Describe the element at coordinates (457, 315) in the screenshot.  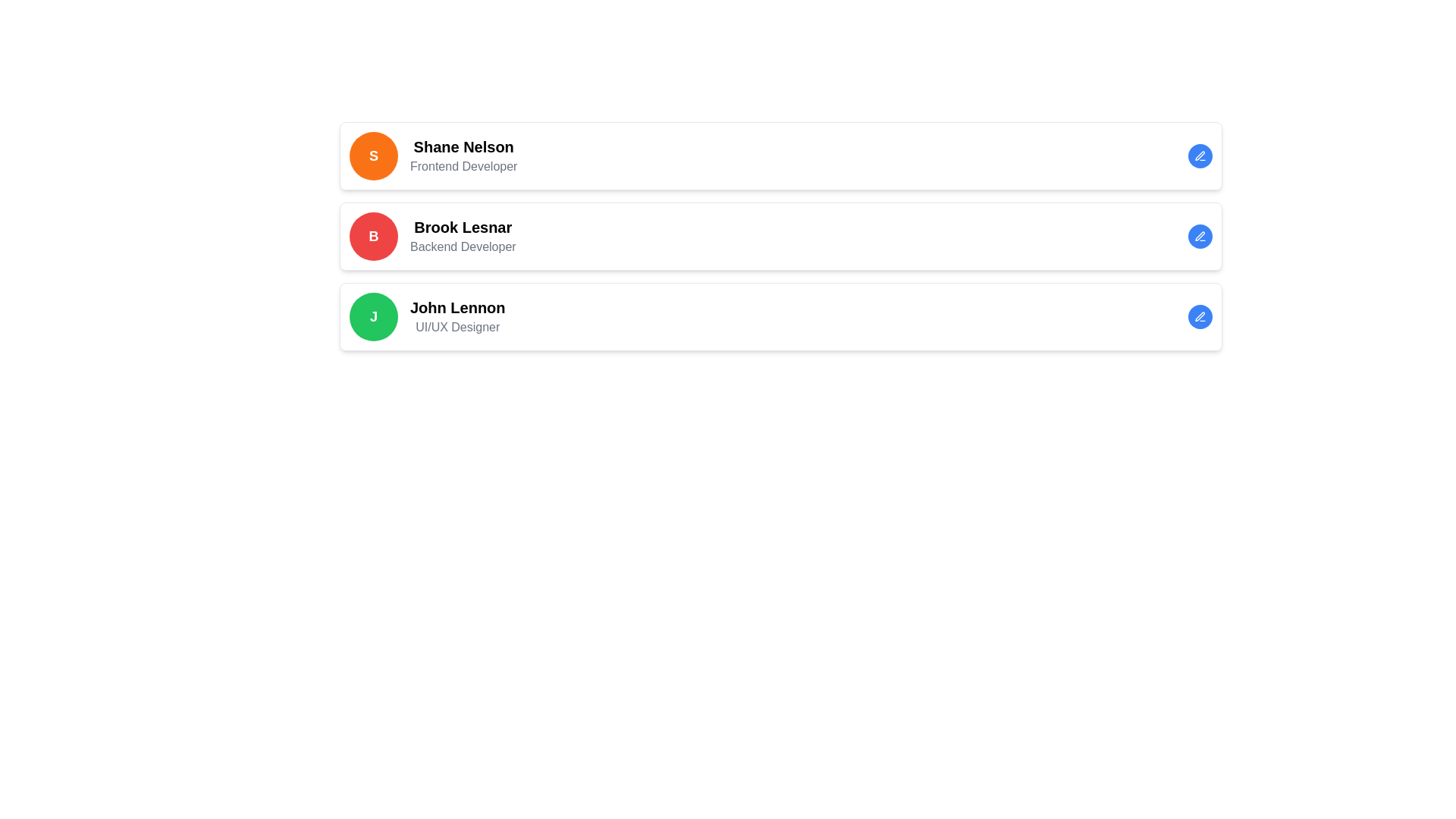
I see `the text block displaying 'John Lennon' in bold and 'UI/UX Designer' in a smaller font, located in the third user profile of the list` at that location.